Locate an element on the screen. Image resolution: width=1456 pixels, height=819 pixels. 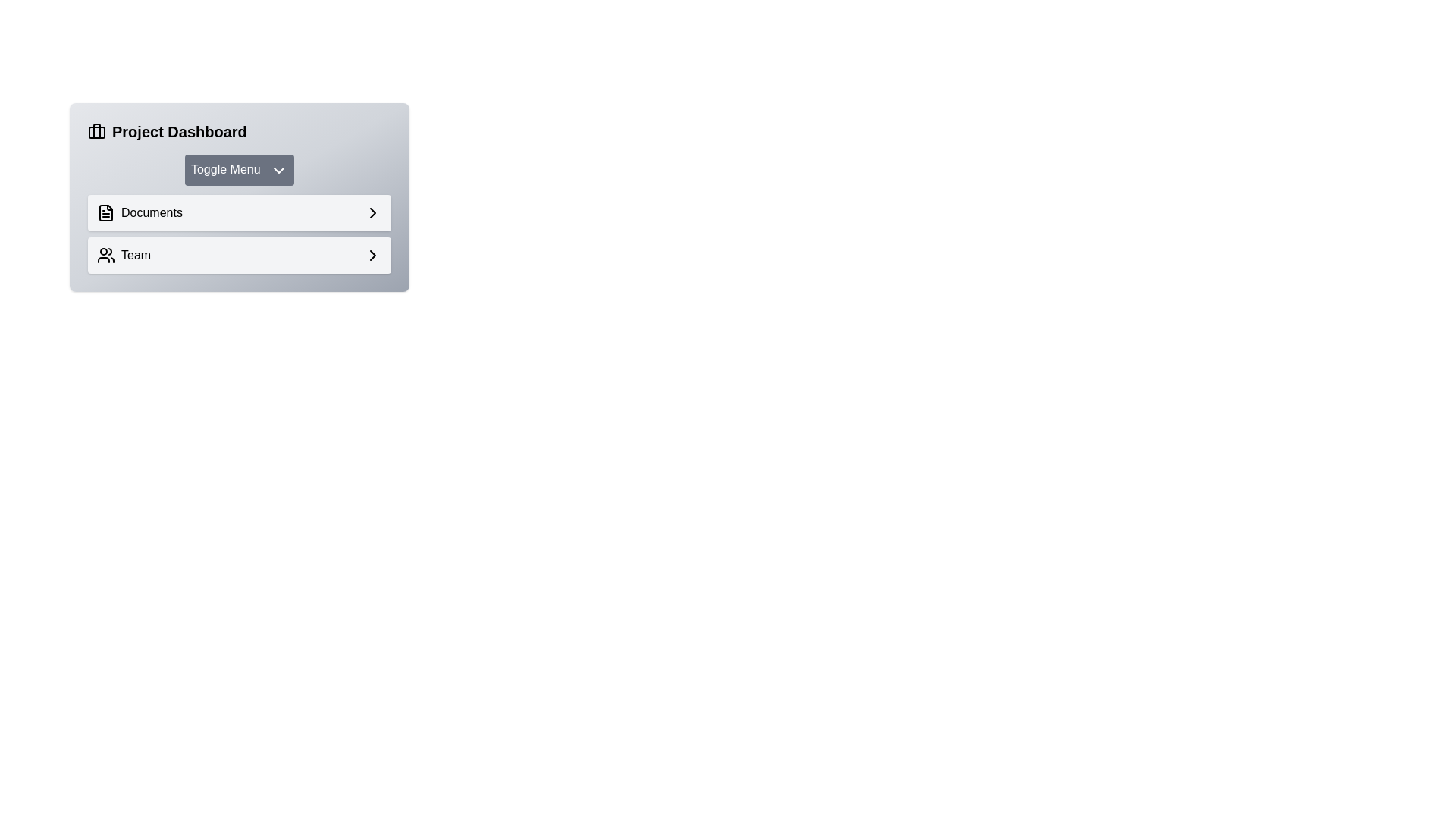
the briefcase icon located to the left of the text 'Project Dashboard' in the header of the card-like component is located at coordinates (96, 130).